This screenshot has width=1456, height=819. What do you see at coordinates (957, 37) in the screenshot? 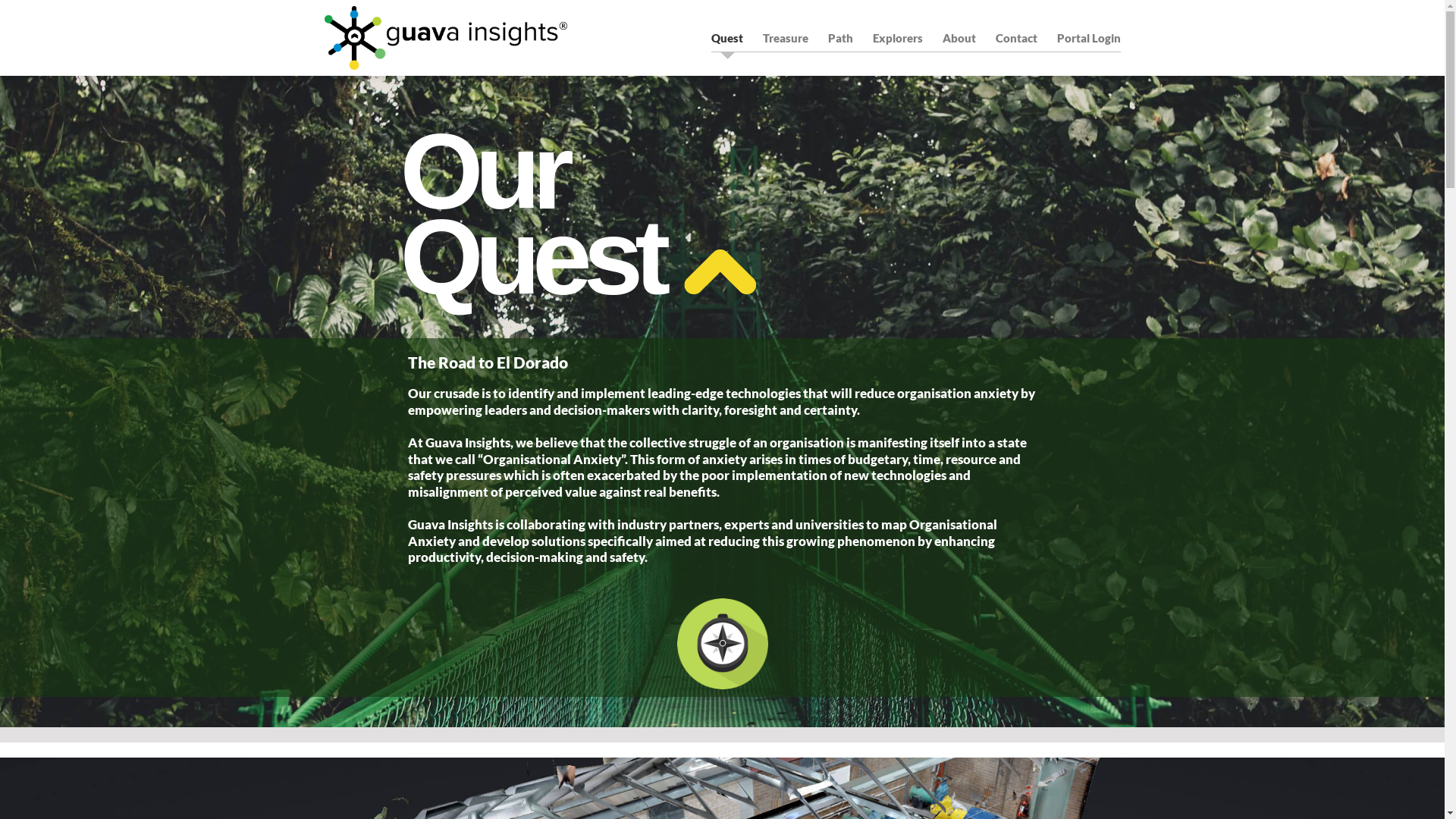
I see `'About'` at bounding box center [957, 37].